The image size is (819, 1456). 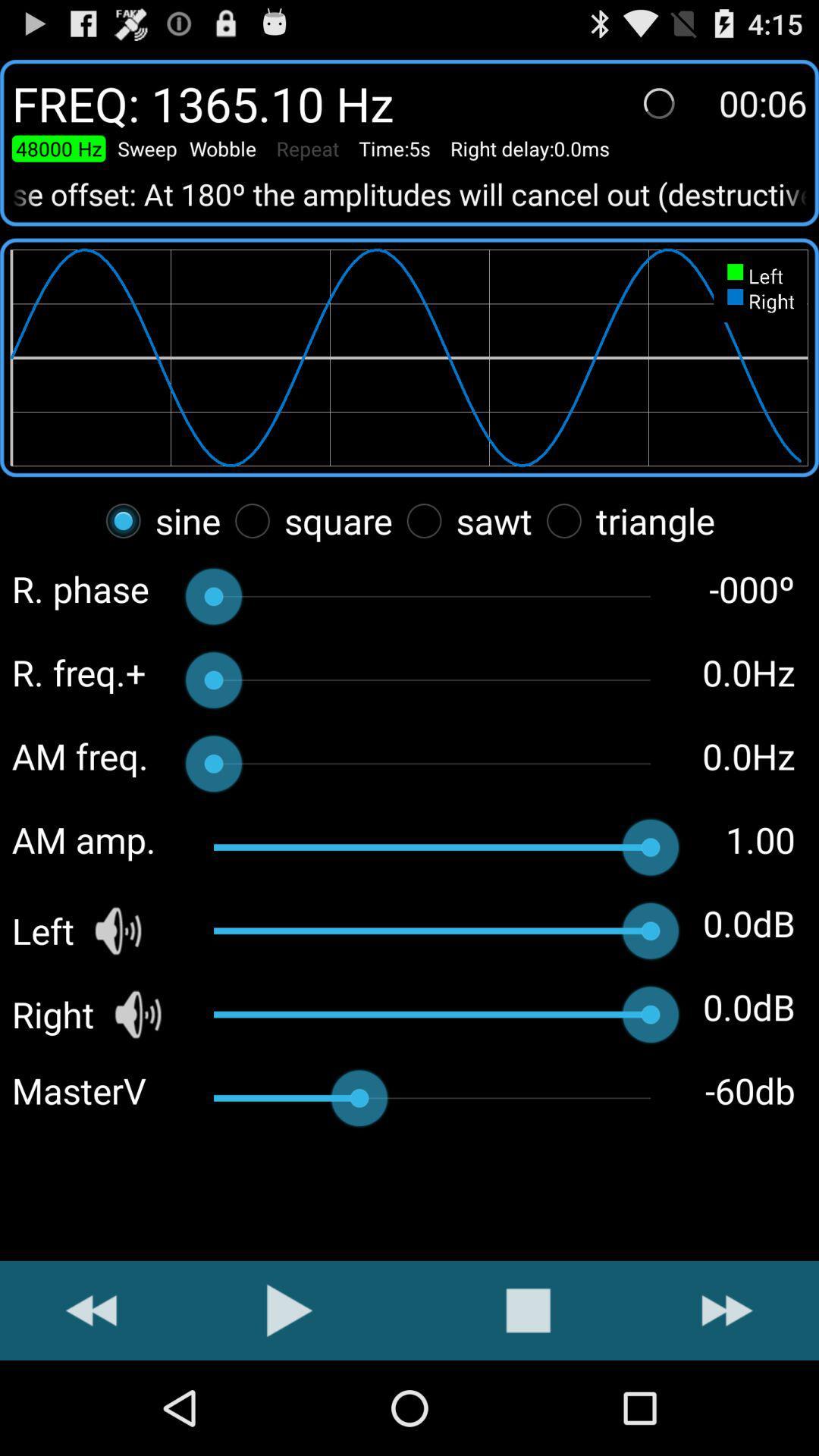 I want to click on the av_rewind icon, so click(x=91, y=1401).